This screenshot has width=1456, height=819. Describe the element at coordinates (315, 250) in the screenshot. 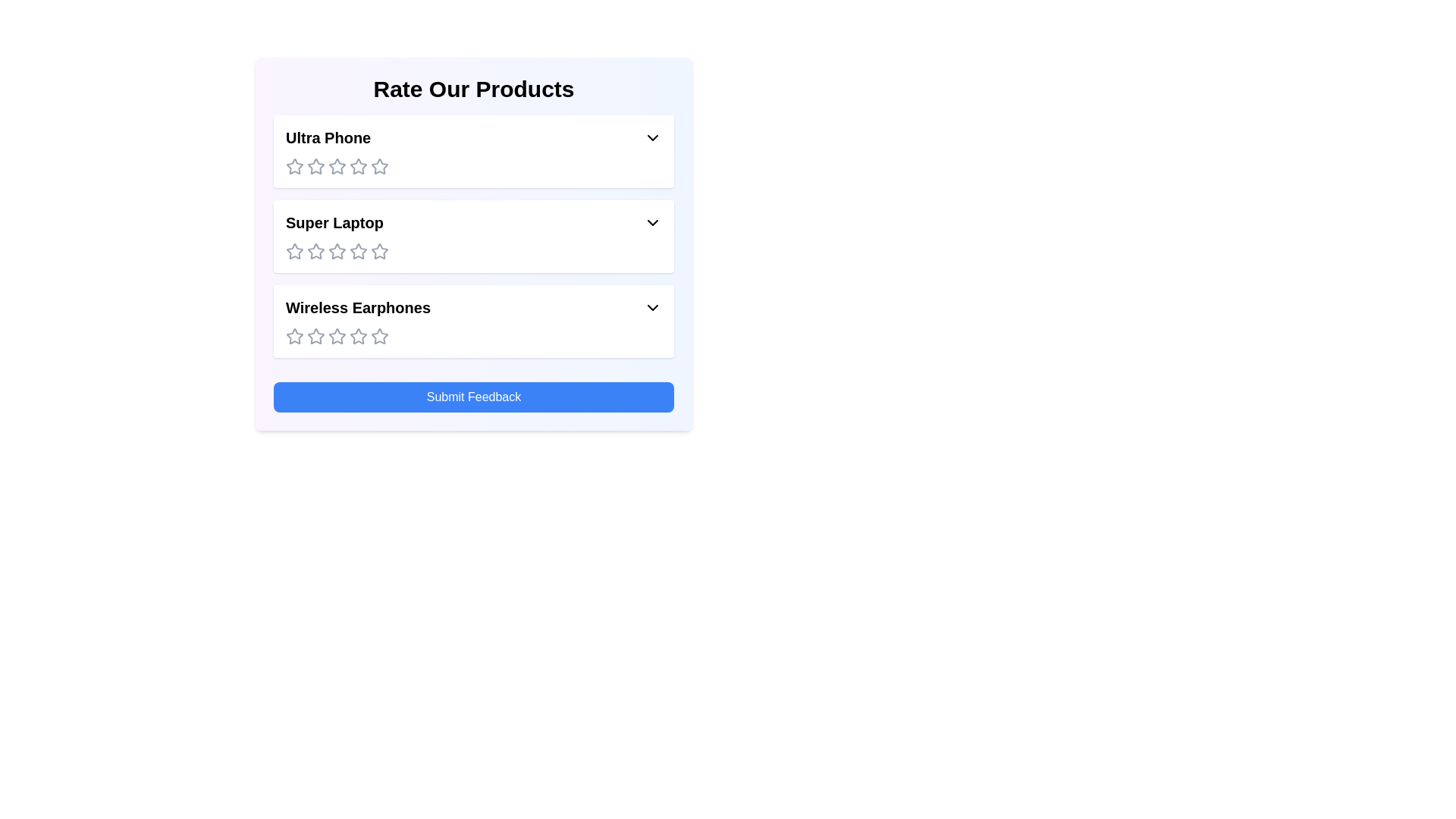

I see `the rating for the product 'Super Laptop' to 2 stars` at that location.